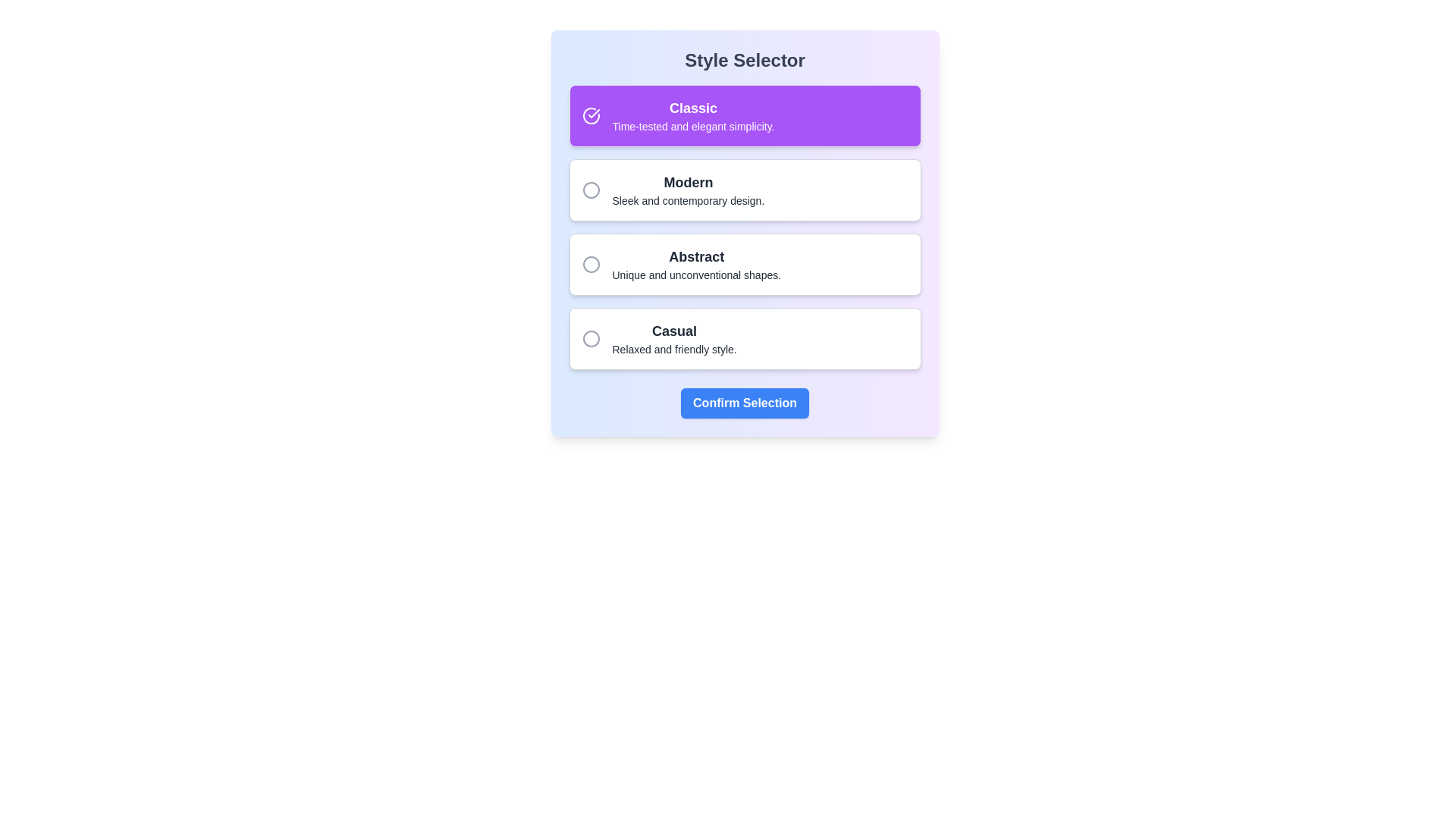 Image resolution: width=1456 pixels, height=819 pixels. I want to click on the selection state icon indicating the 'Classic' style option in the style selector at the top of the options list, so click(590, 115).